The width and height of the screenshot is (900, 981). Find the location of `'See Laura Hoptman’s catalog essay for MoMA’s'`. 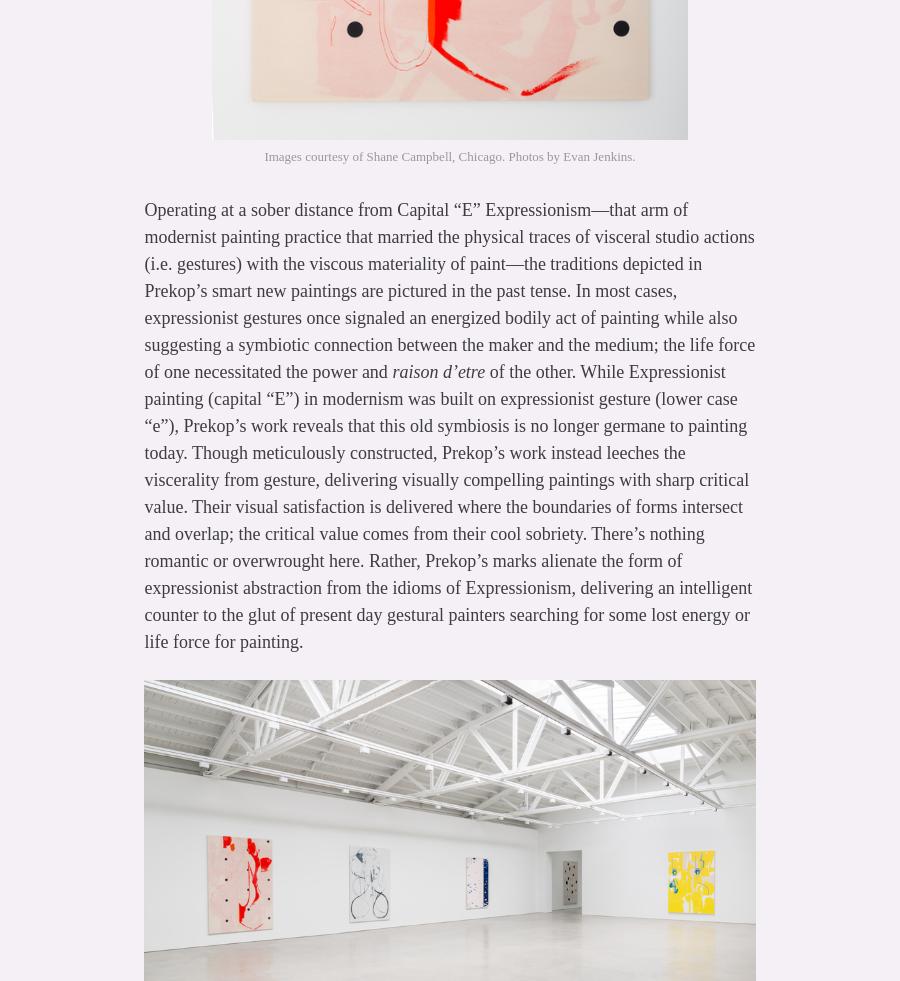

'See Laura Hoptman’s catalog essay for MoMA’s' is located at coordinates (293, 719).